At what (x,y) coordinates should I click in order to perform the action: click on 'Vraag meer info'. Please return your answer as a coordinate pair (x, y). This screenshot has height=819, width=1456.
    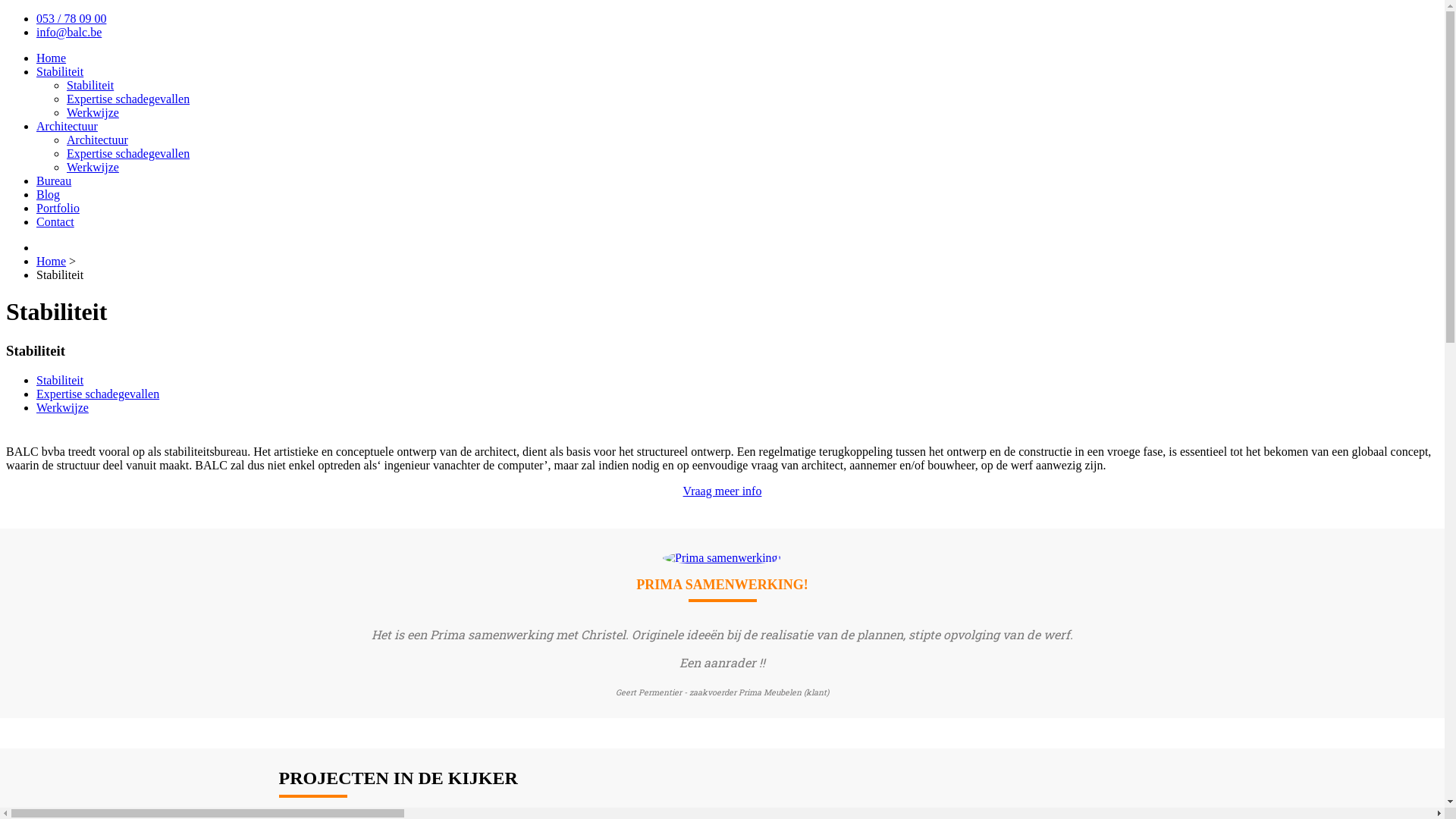
    Looking at the image, I should click on (682, 491).